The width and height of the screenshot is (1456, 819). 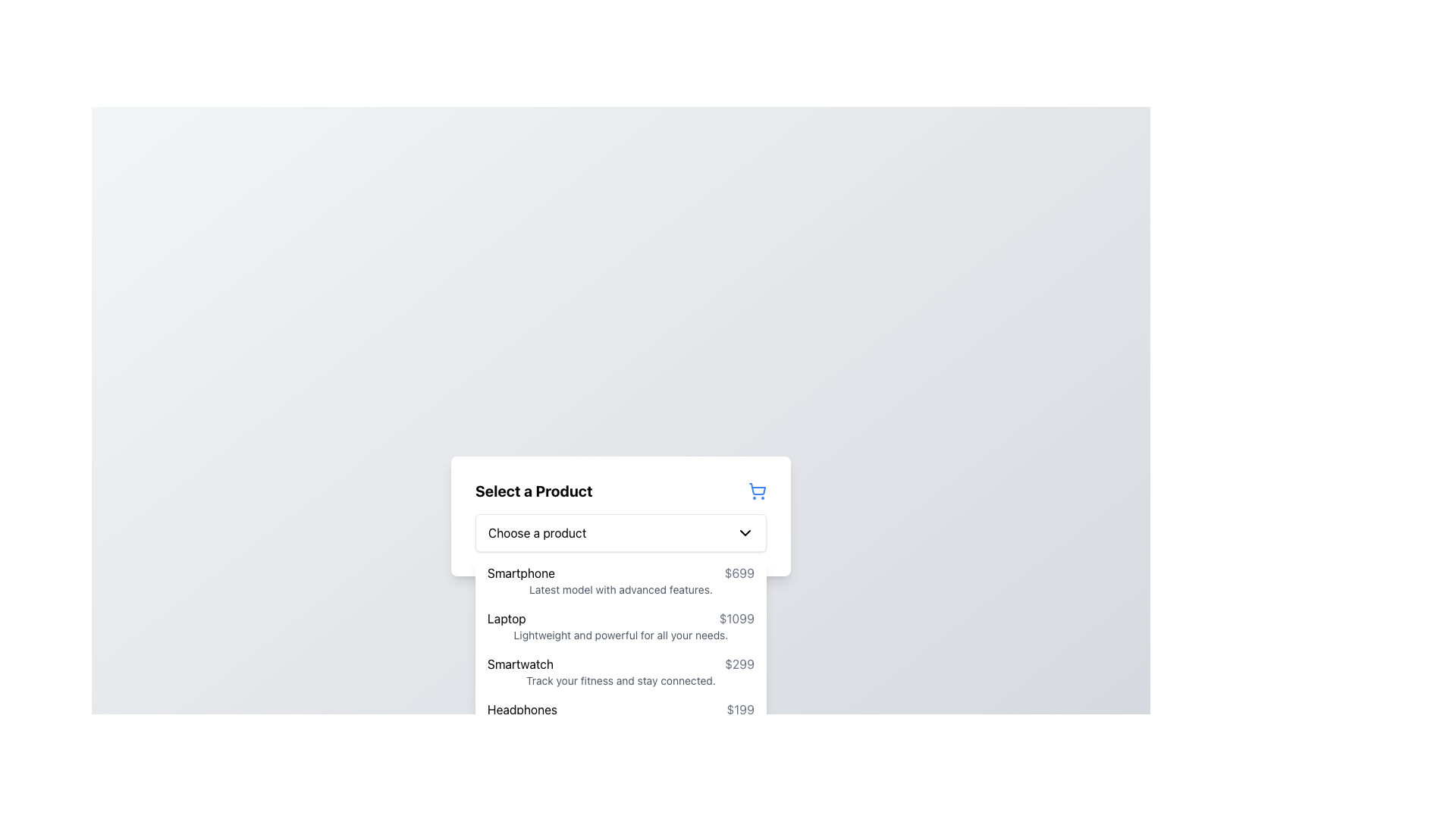 I want to click on the 'Headphones' text label in the dropdown menu, which is located below the 'Smartwatch' option and aligned to the left, so click(x=522, y=710).